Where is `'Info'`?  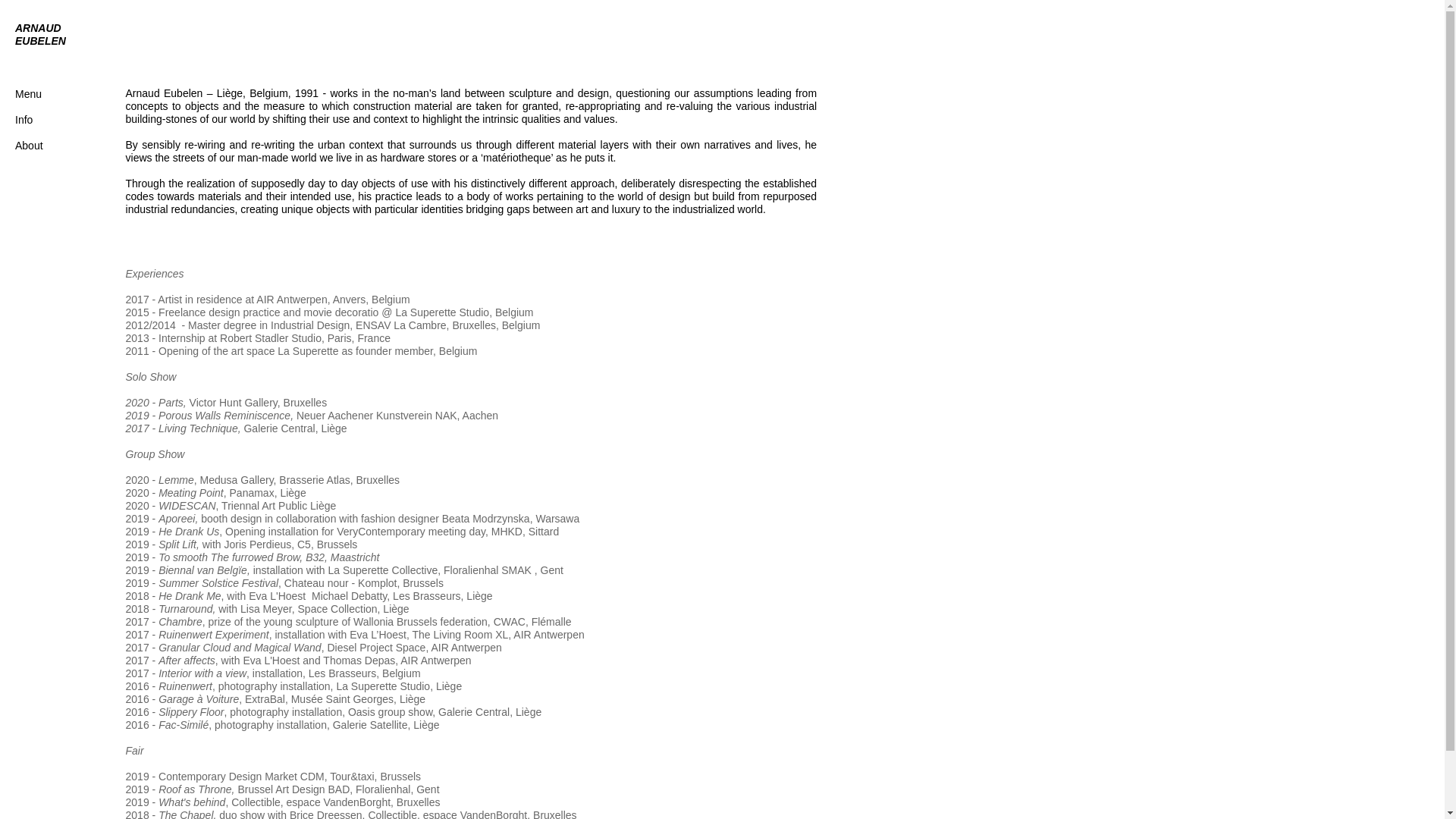
'Info' is located at coordinates (24, 119).